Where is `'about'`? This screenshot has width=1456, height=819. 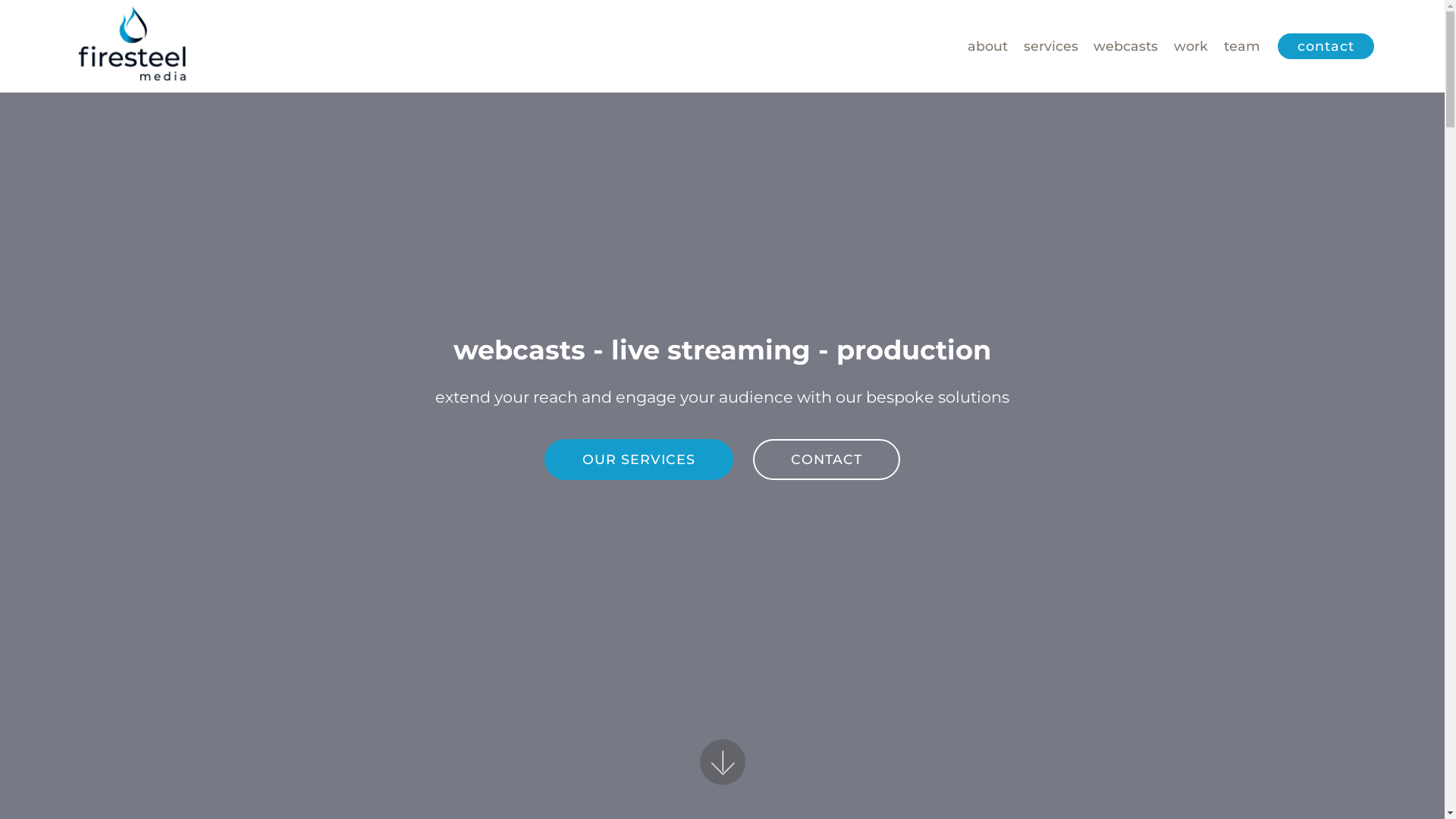
'about' is located at coordinates (987, 45).